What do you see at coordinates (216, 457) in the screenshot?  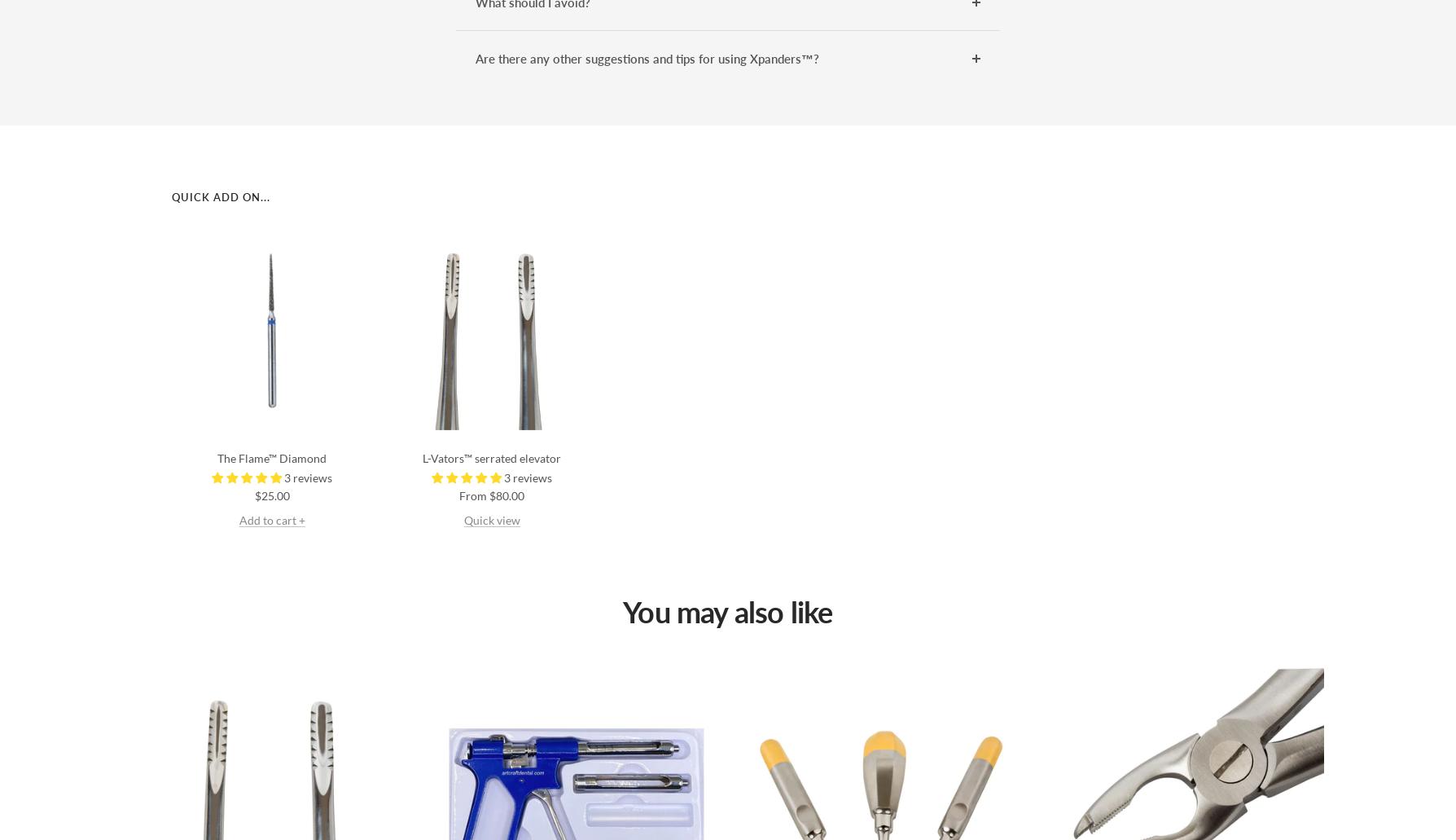 I see `'The Flame™ Diamond'` at bounding box center [216, 457].